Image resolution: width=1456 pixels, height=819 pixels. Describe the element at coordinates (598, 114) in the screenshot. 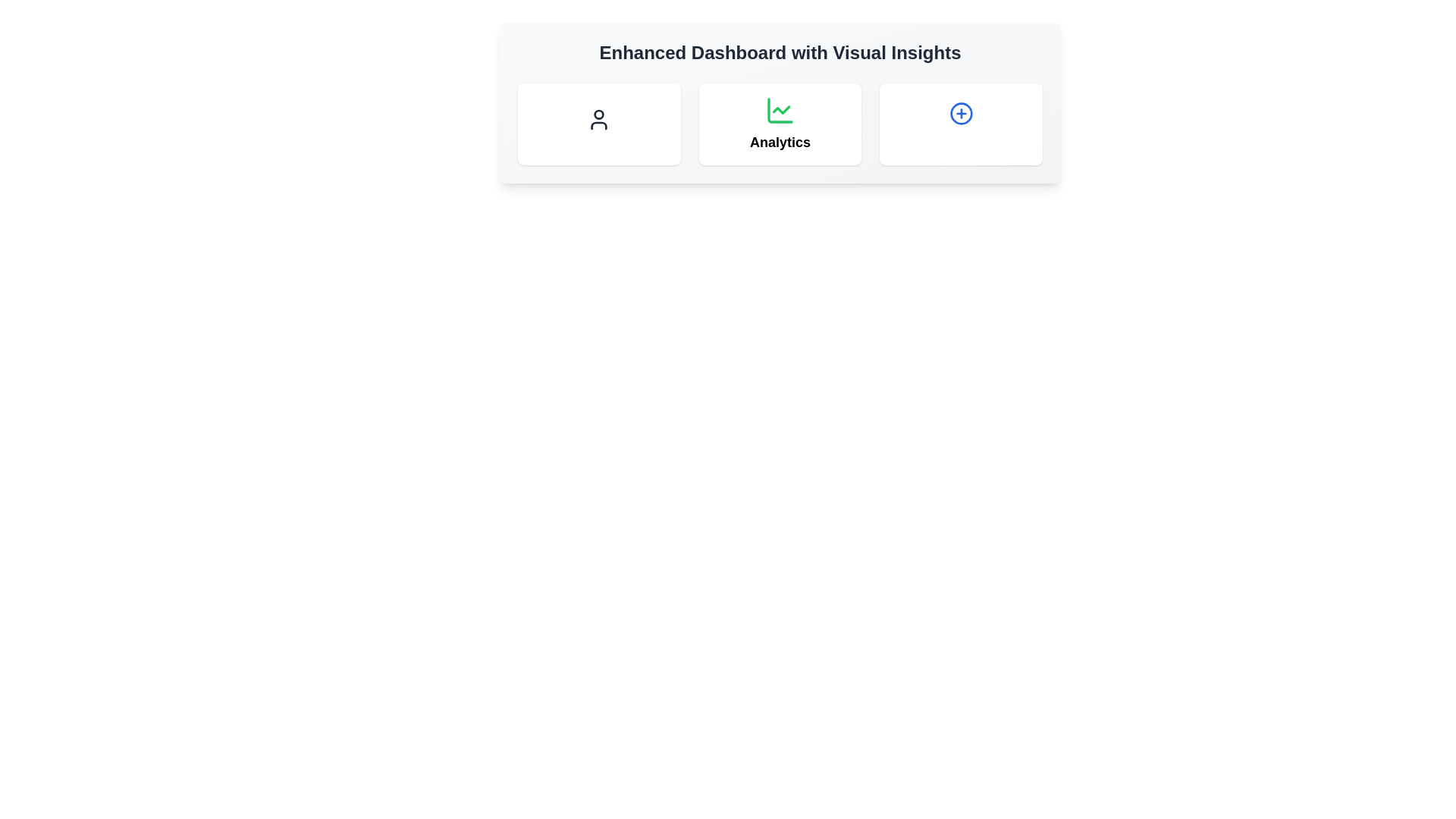

I see `the circular icon resembling a user silhouette located at the top edge of the leftmost icon in a three-icon row` at that location.